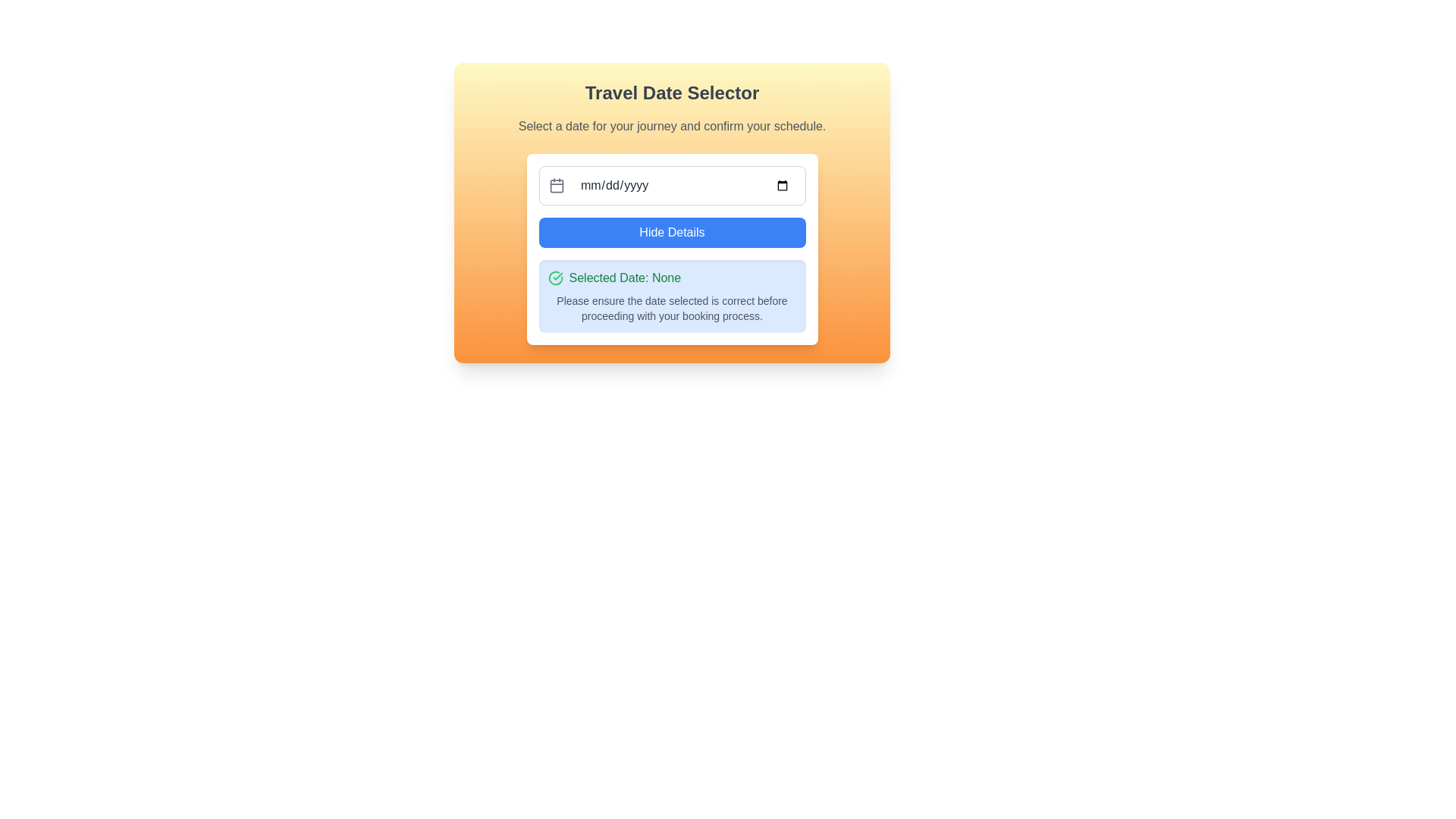 The width and height of the screenshot is (1456, 819). I want to click on the informational label displaying 'Selected Date: None' with a confirmation icon on a rounded blue background, so click(671, 278).